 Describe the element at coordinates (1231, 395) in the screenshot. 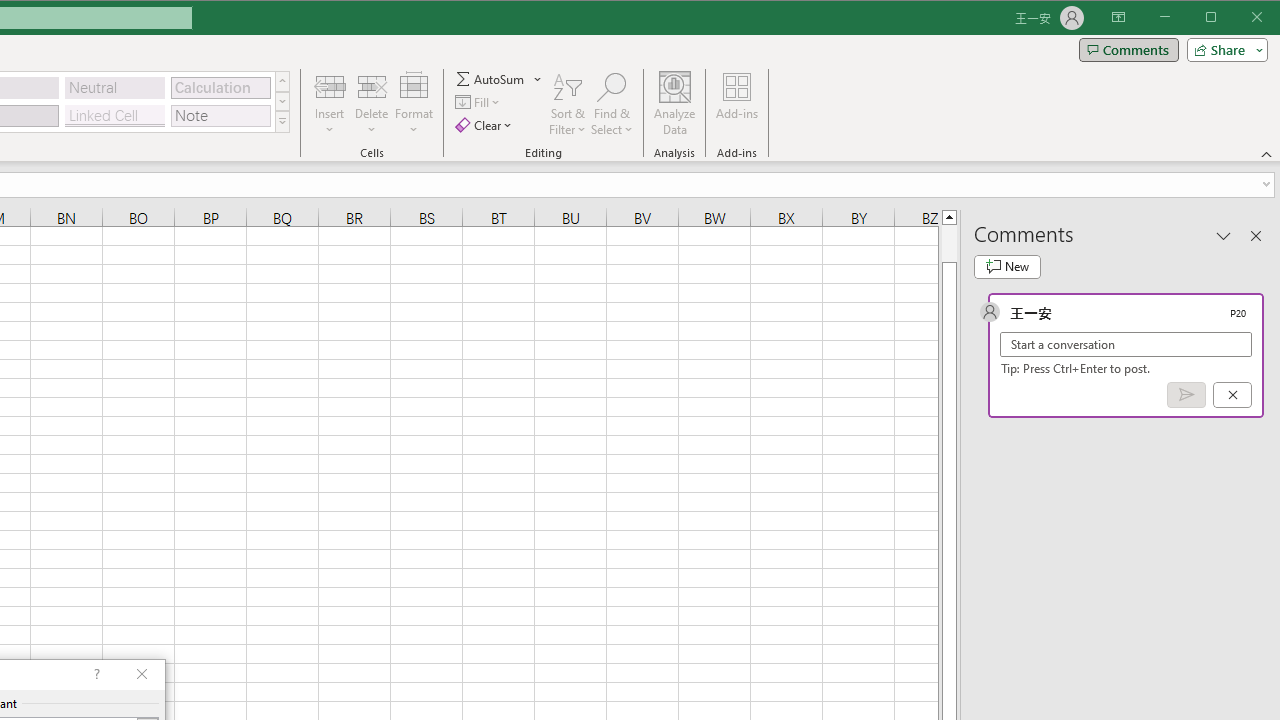

I see `'Cancel'` at that location.